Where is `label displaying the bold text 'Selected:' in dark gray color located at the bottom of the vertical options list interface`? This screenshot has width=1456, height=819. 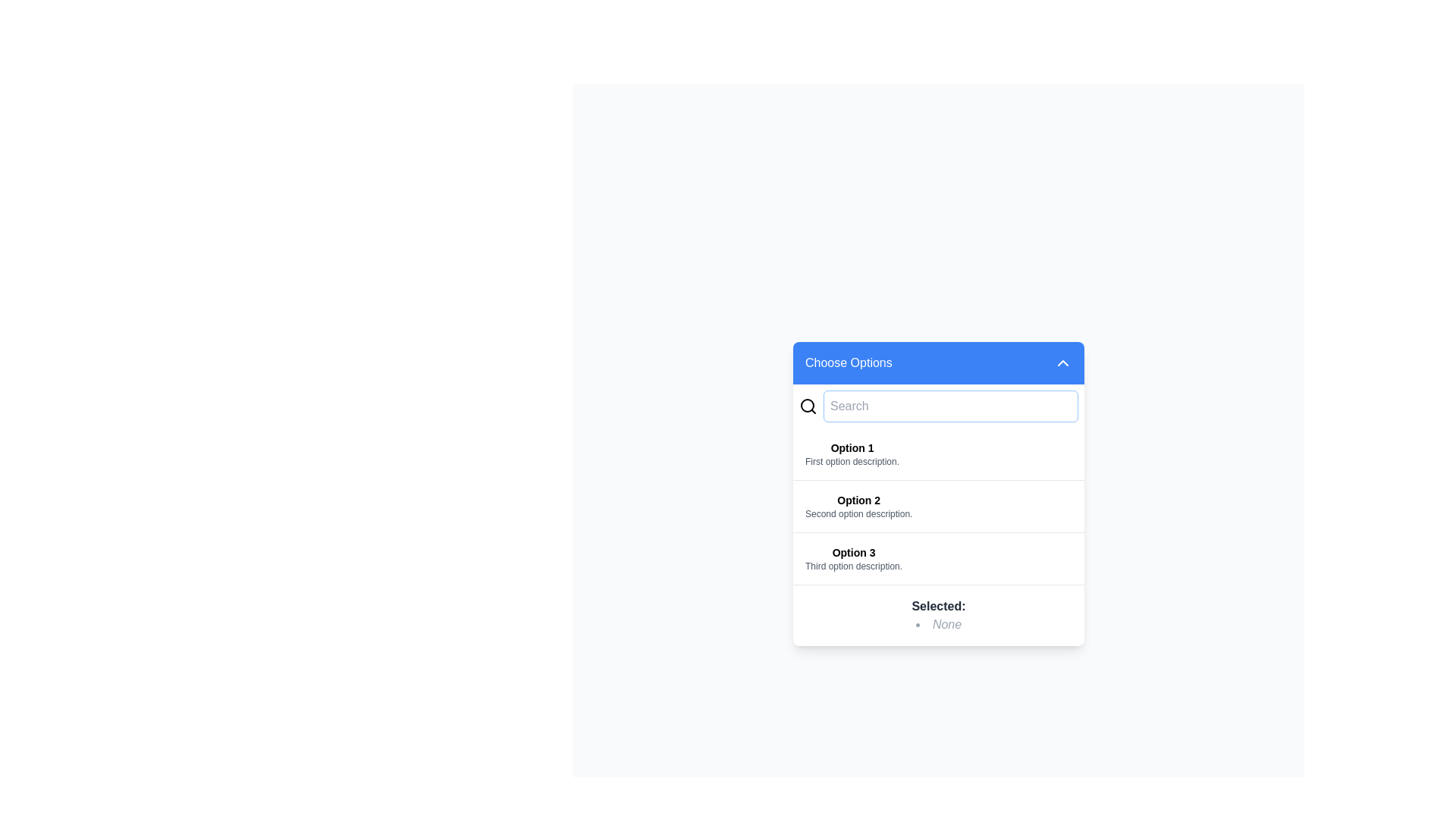 label displaying the bold text 'Selected:' in dark gray color located at the bottom of the vertical options list interface is located at coordinates (938, 605).